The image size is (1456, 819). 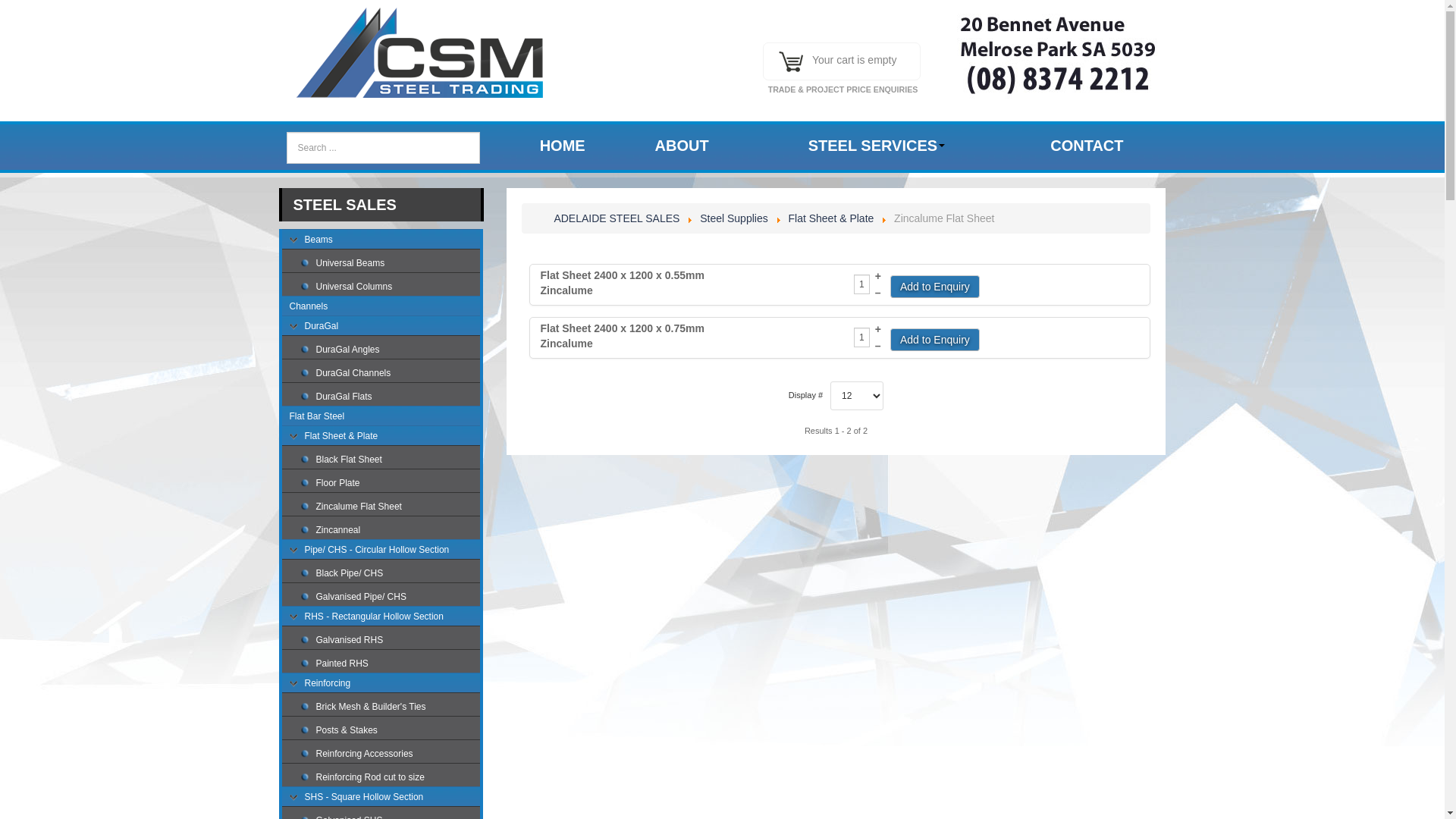 What do you see at coordinates (381, 327) in the screenshot?
I see `'DuraGal'` at bounding box center [381, 327].